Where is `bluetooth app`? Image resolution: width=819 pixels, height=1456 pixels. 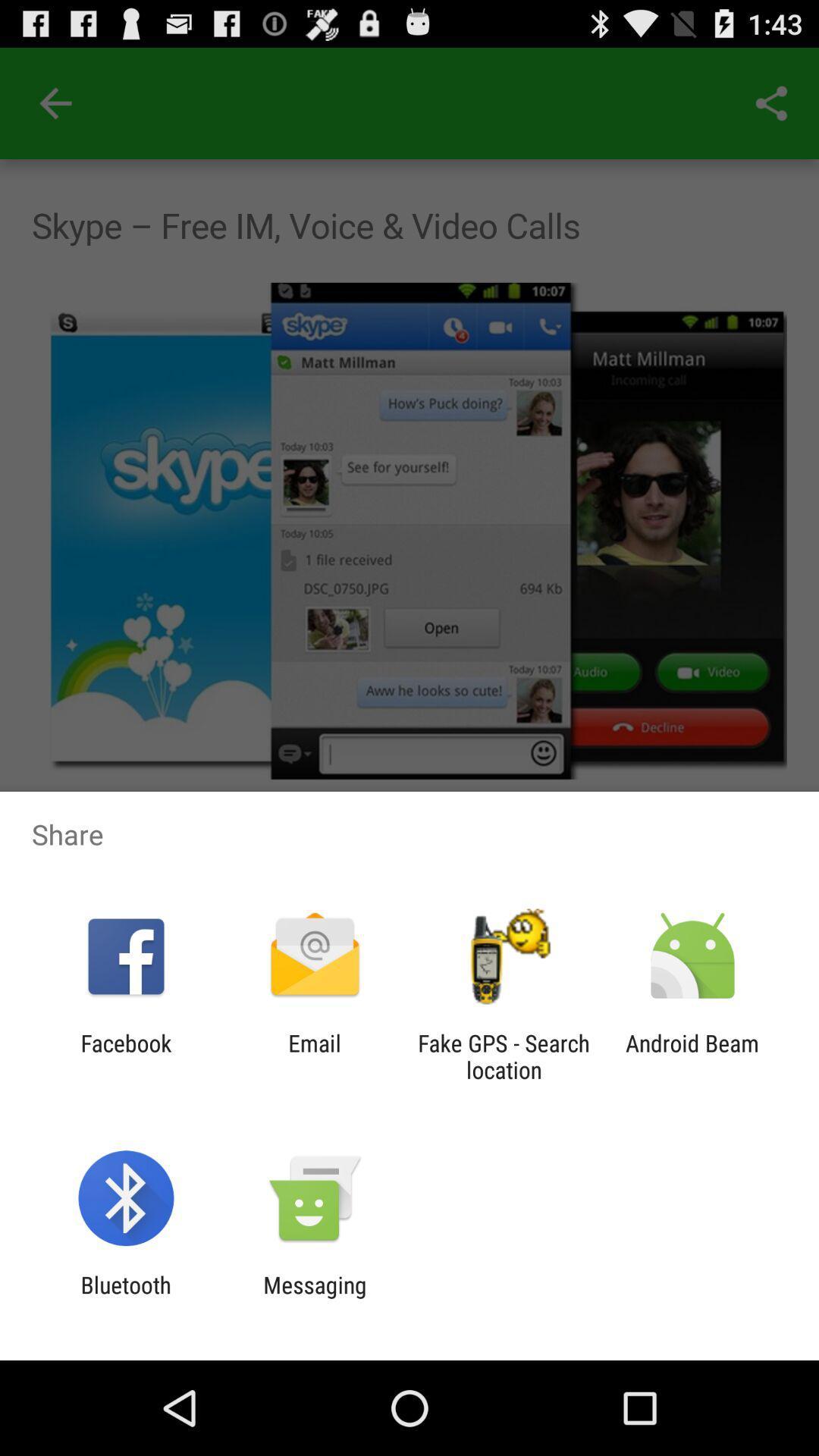
bluetooth app is located at coordinates (125, 1298).